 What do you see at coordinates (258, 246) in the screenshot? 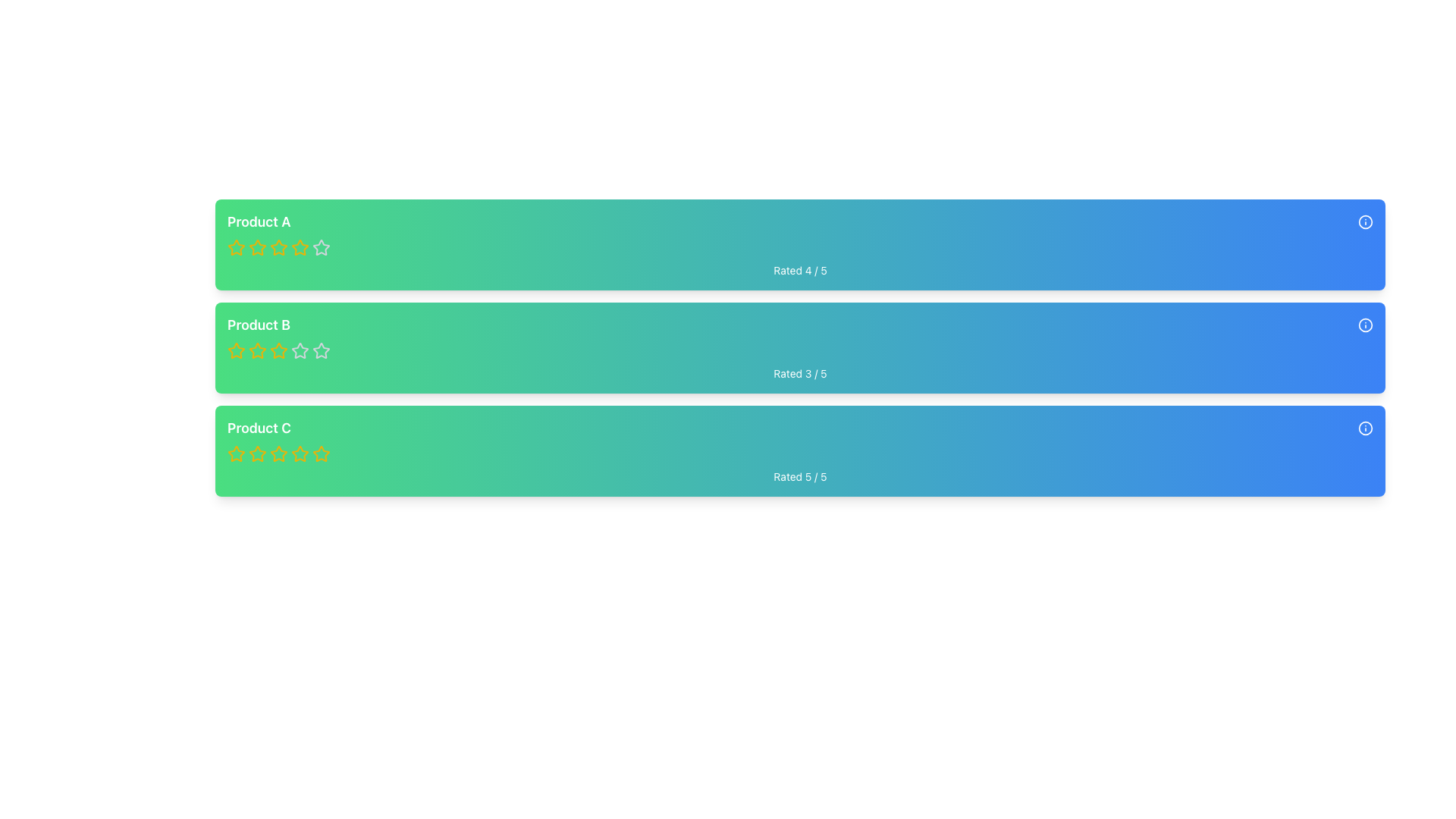
I see `the second star icon in the 5-star rating system for 'Product A'` at bounding box center [258, 246].